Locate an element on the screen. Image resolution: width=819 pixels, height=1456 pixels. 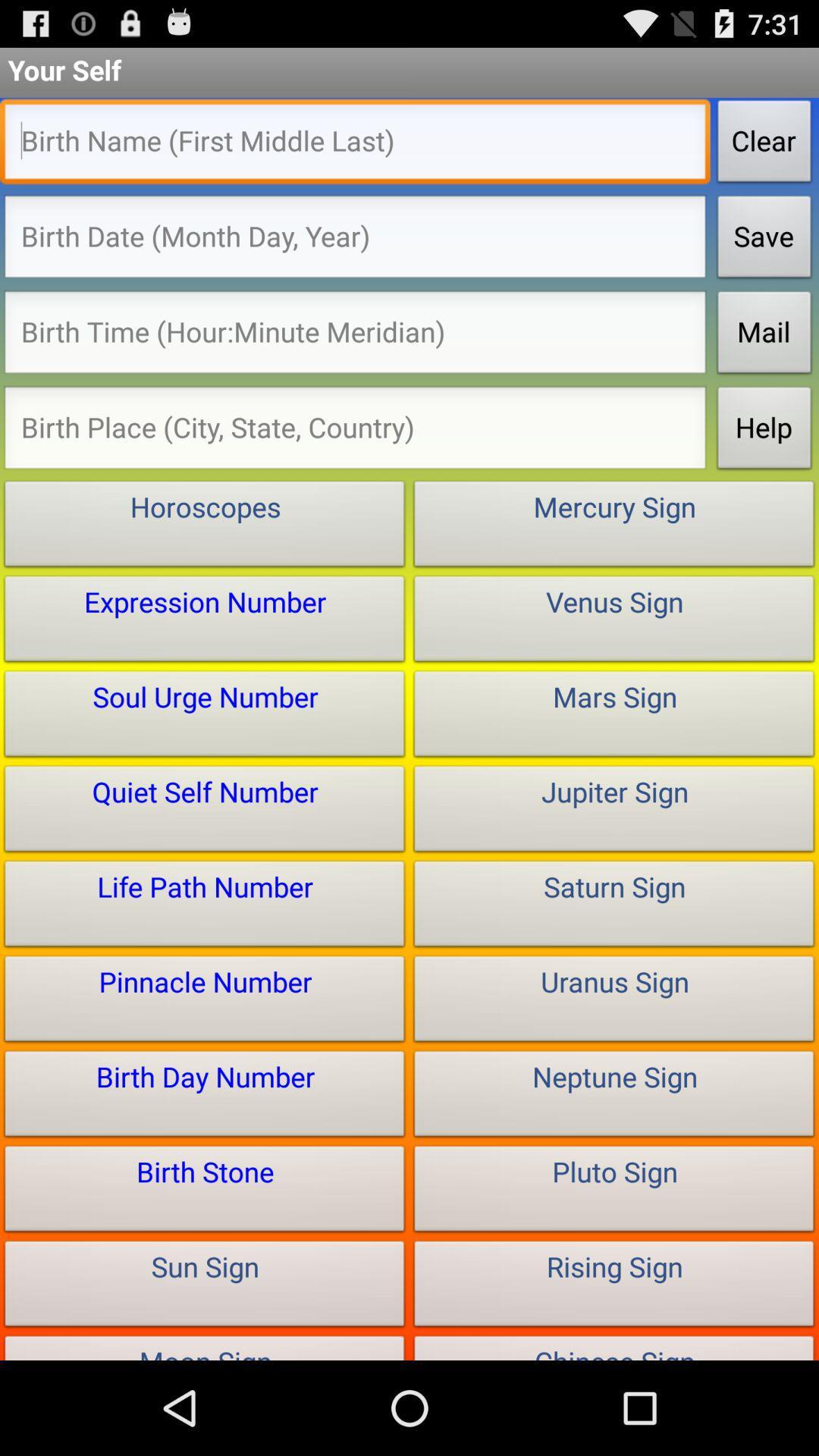
birth place is located at coordinates (355, 431).